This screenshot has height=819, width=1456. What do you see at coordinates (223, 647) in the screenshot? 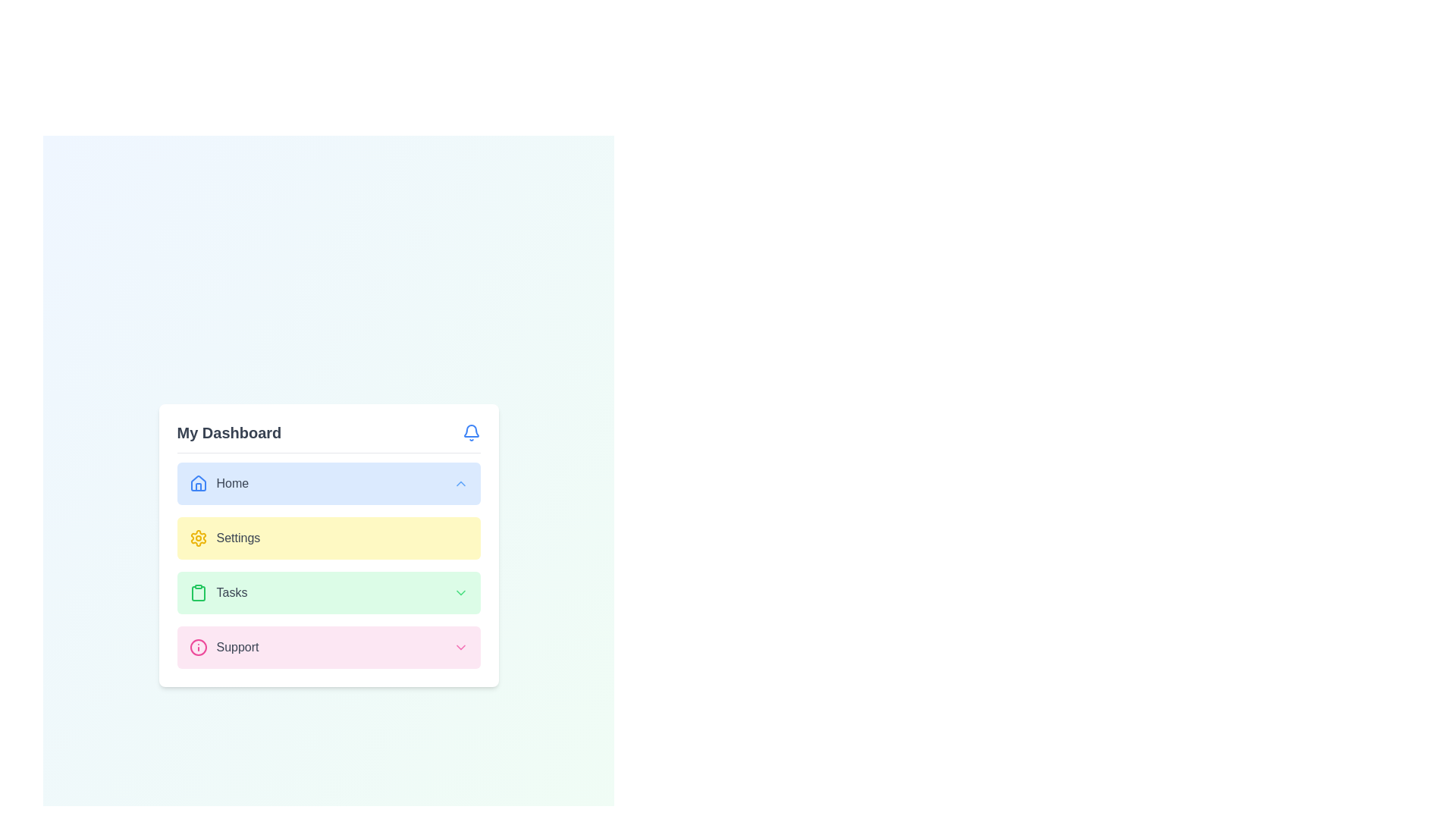
I see `text content of the 'Support' text label, which is styled with a medium font weight and gray color, located within the fourth item under 'My Dashboard'` at bounding box center [223, 647].